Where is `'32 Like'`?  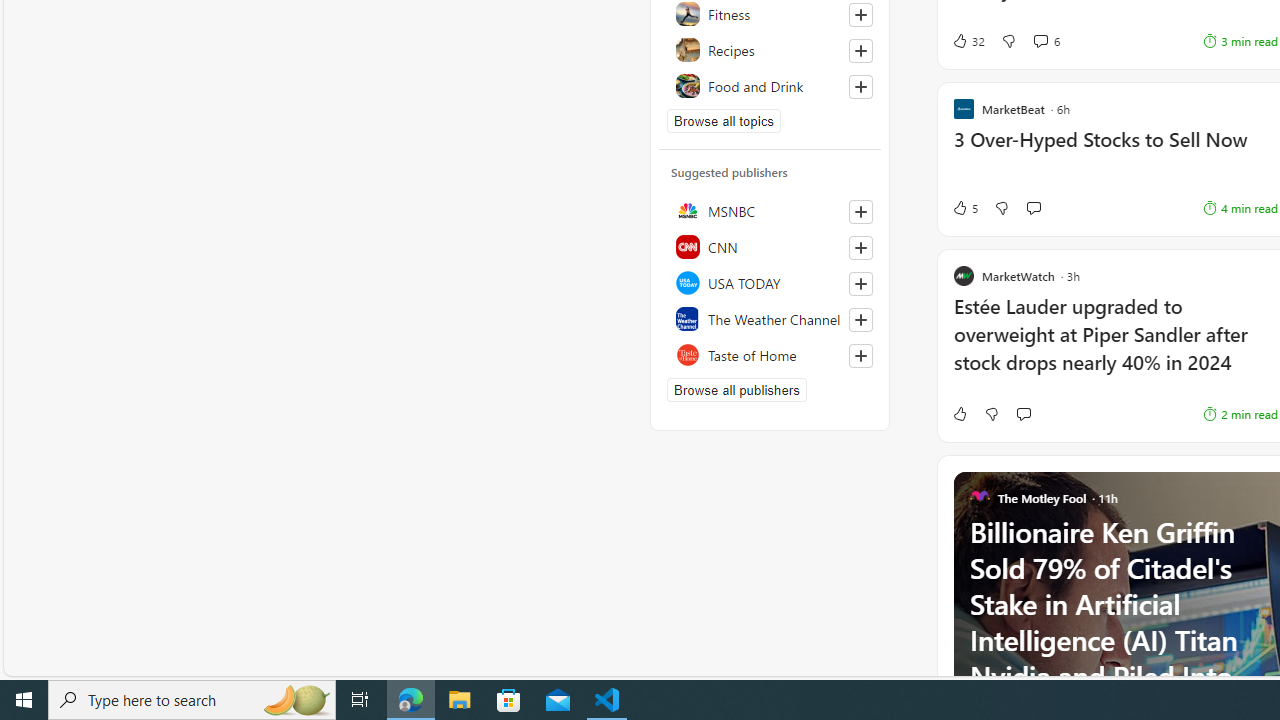
'32 Like' is located at coordinates (968, 41).